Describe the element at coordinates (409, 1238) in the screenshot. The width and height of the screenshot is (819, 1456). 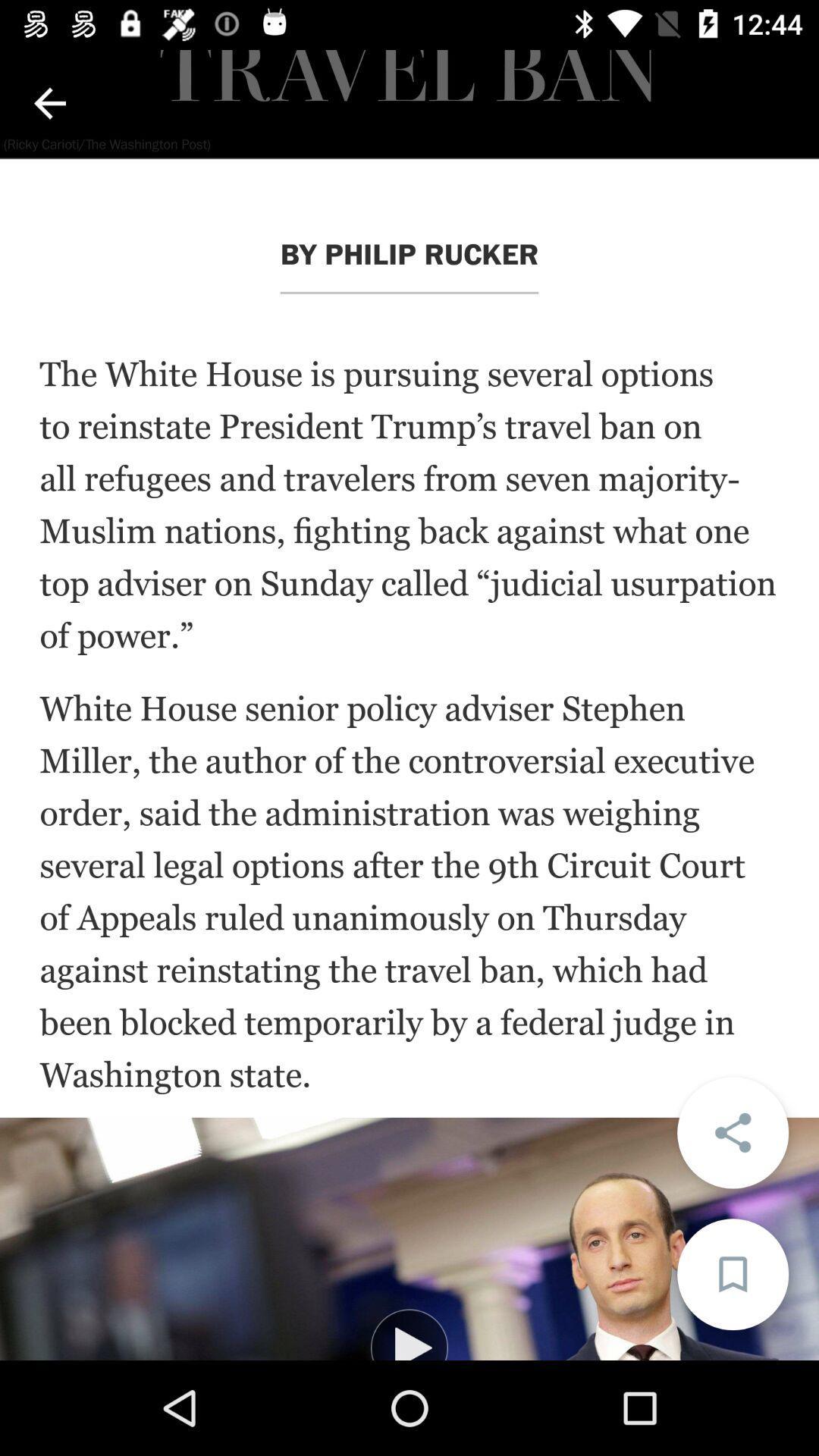
I see `advertisement` at that location.